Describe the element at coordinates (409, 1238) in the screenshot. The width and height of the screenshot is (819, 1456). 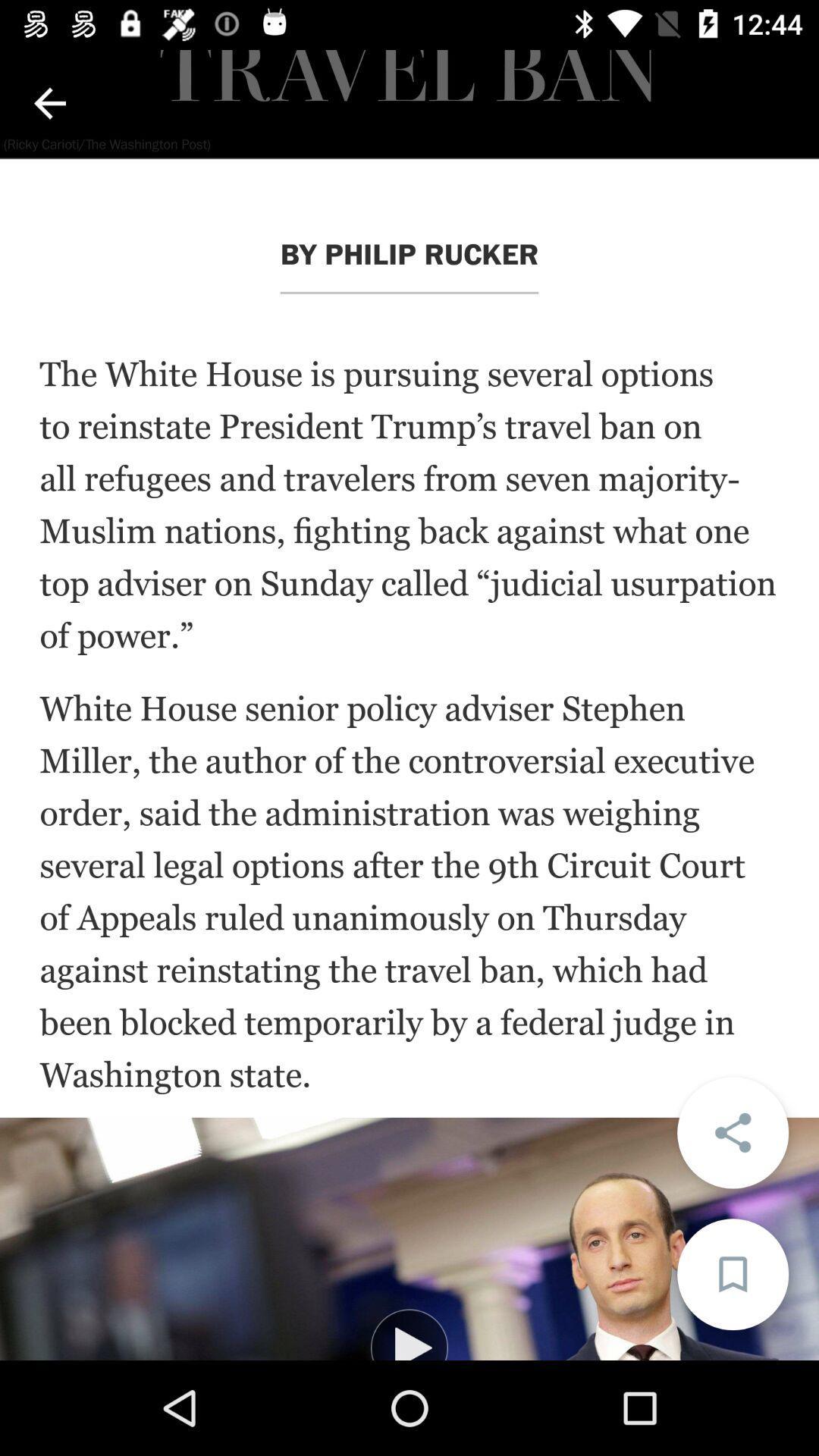
I see `advertisement` at that location.